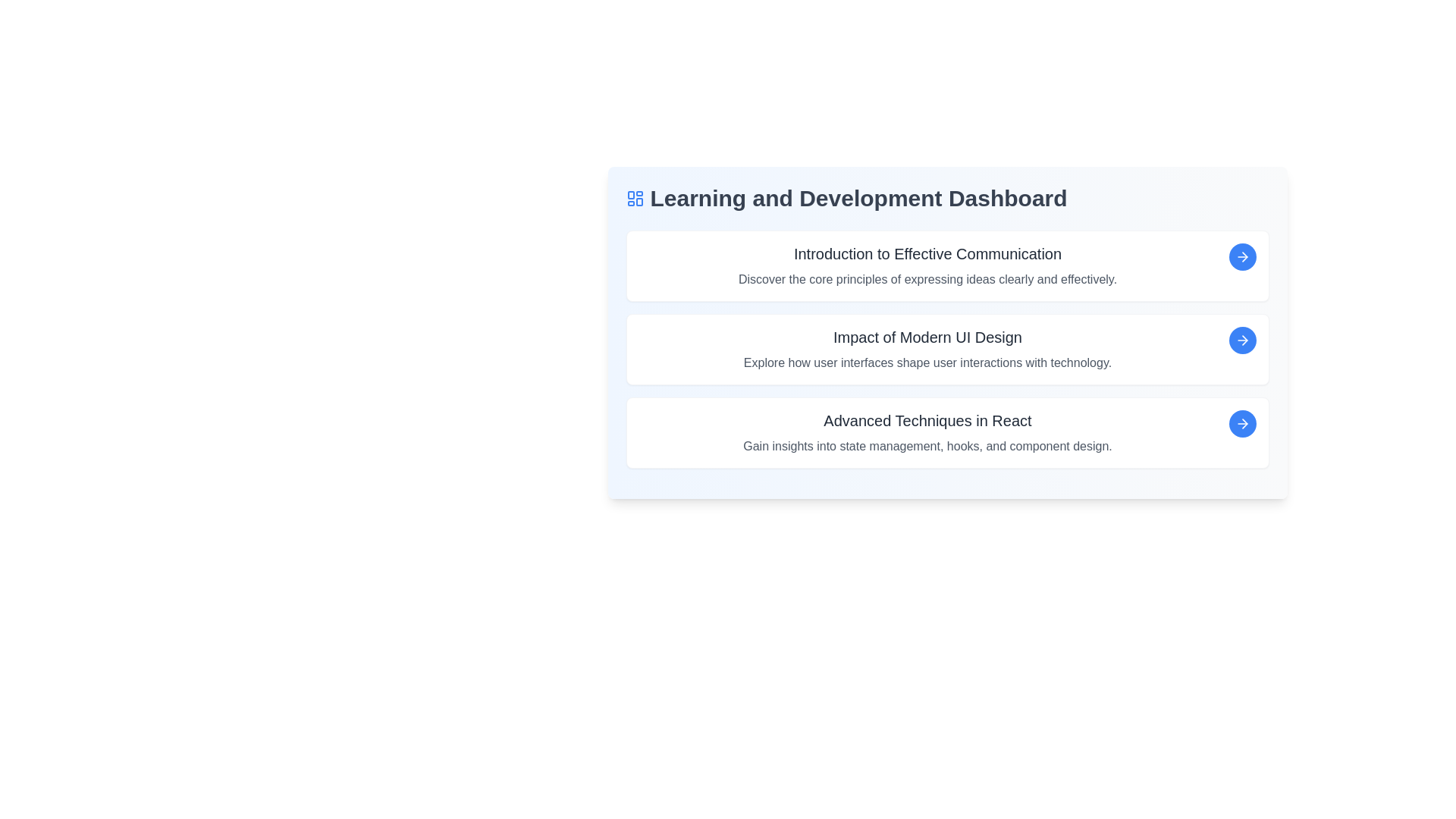 The height and width of the screenshot is (819, 1456). Describe the element at coordinates (927, 253) in the screenshot. I see `static text element that serves as the title for the effective communication section, located above the subtitle about expressing ideas clearly and effectively` at that location.